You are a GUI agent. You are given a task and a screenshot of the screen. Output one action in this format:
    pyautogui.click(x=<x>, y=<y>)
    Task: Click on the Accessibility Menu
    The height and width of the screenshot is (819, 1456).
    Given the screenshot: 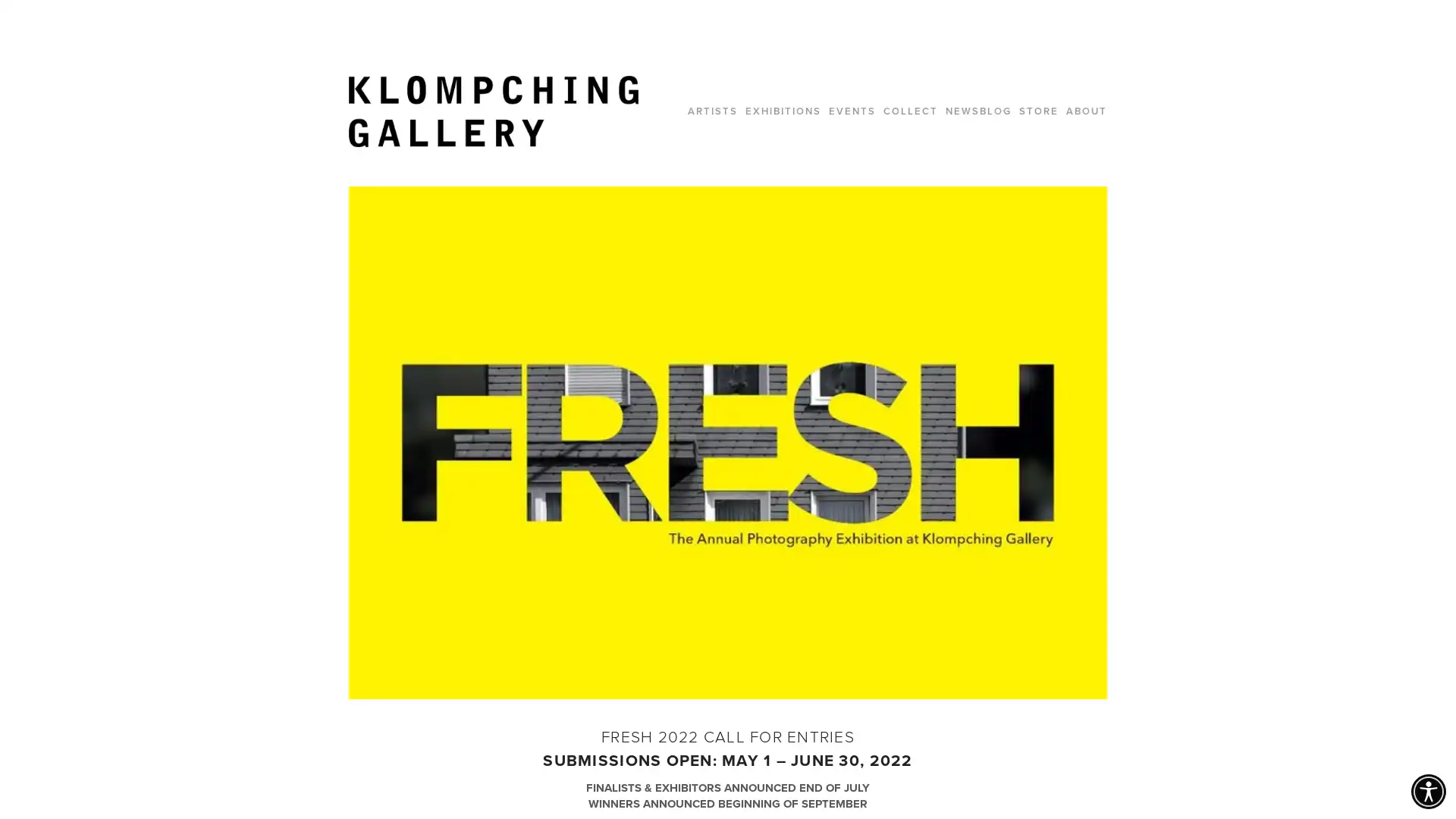 What is the action you would take?
    pyautogui.click(x=1427, y=791)
    